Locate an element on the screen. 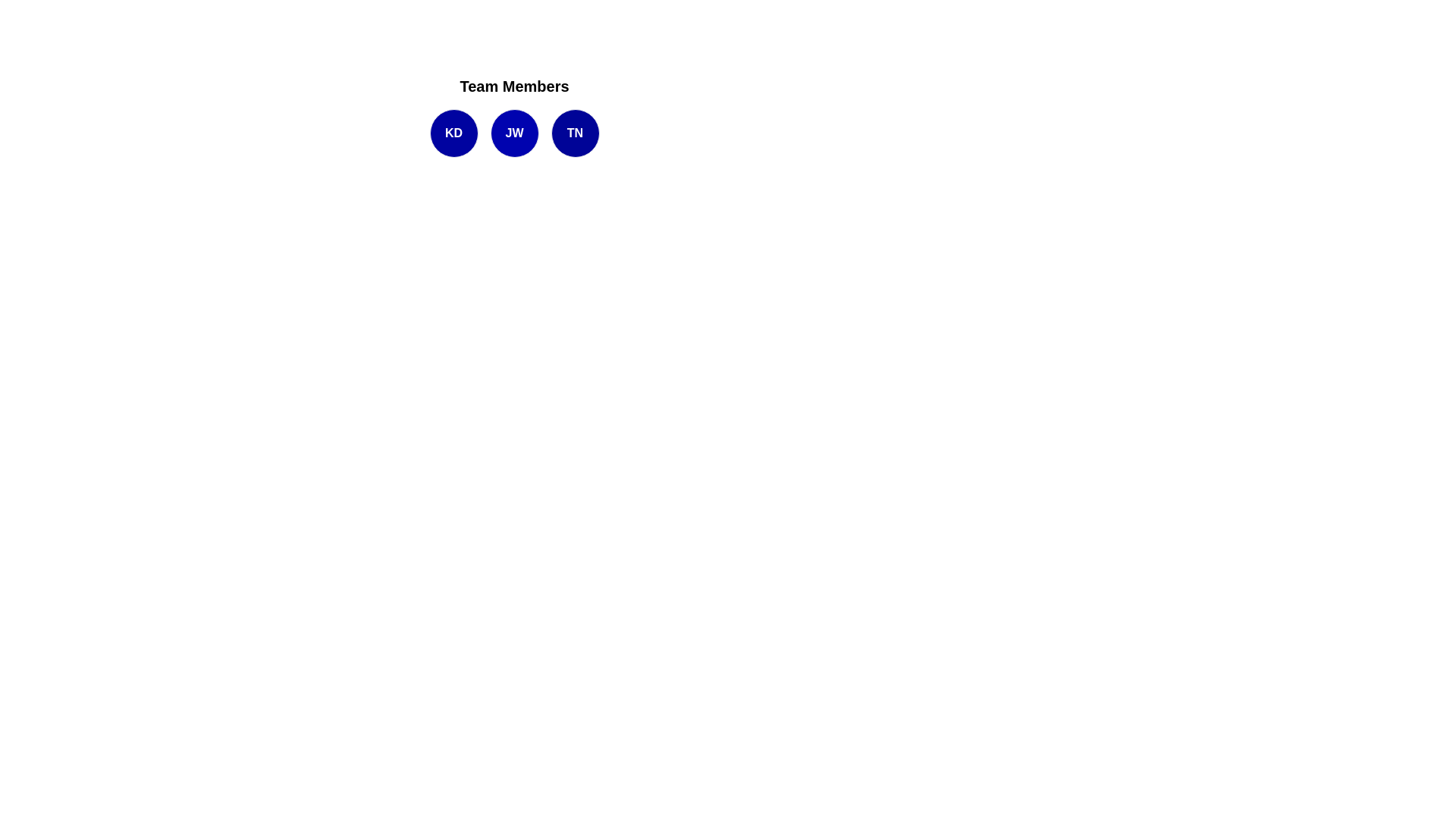  the circular badge labeled 'JW' with white letters on a blue background, which is the second item in a set of three under the 'Team Members' heading is located at coordinates (514, 133).